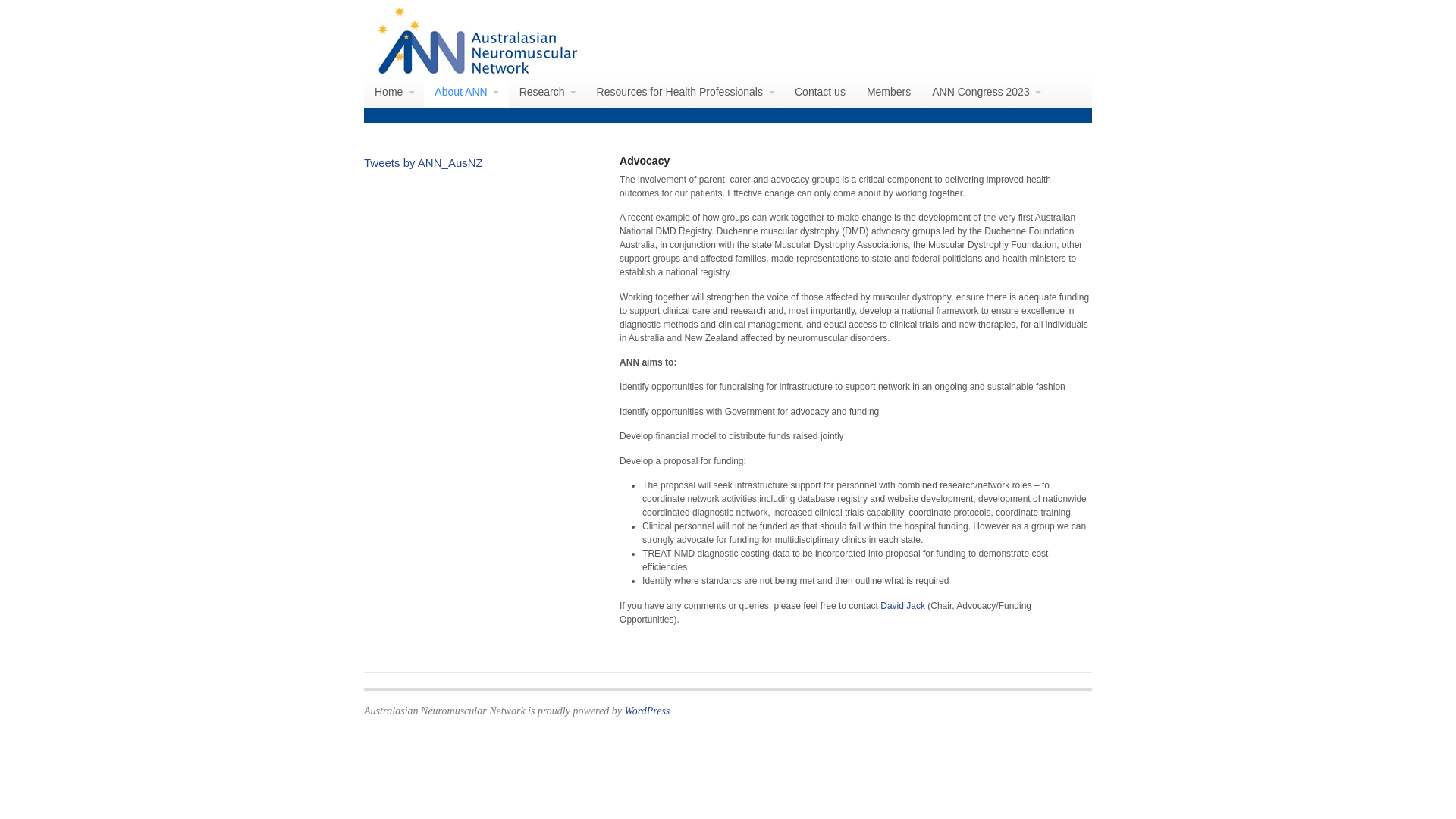 The height and width of the screenshot is (819, 1456). I want to click on 'About ANN', so click(465, 91).